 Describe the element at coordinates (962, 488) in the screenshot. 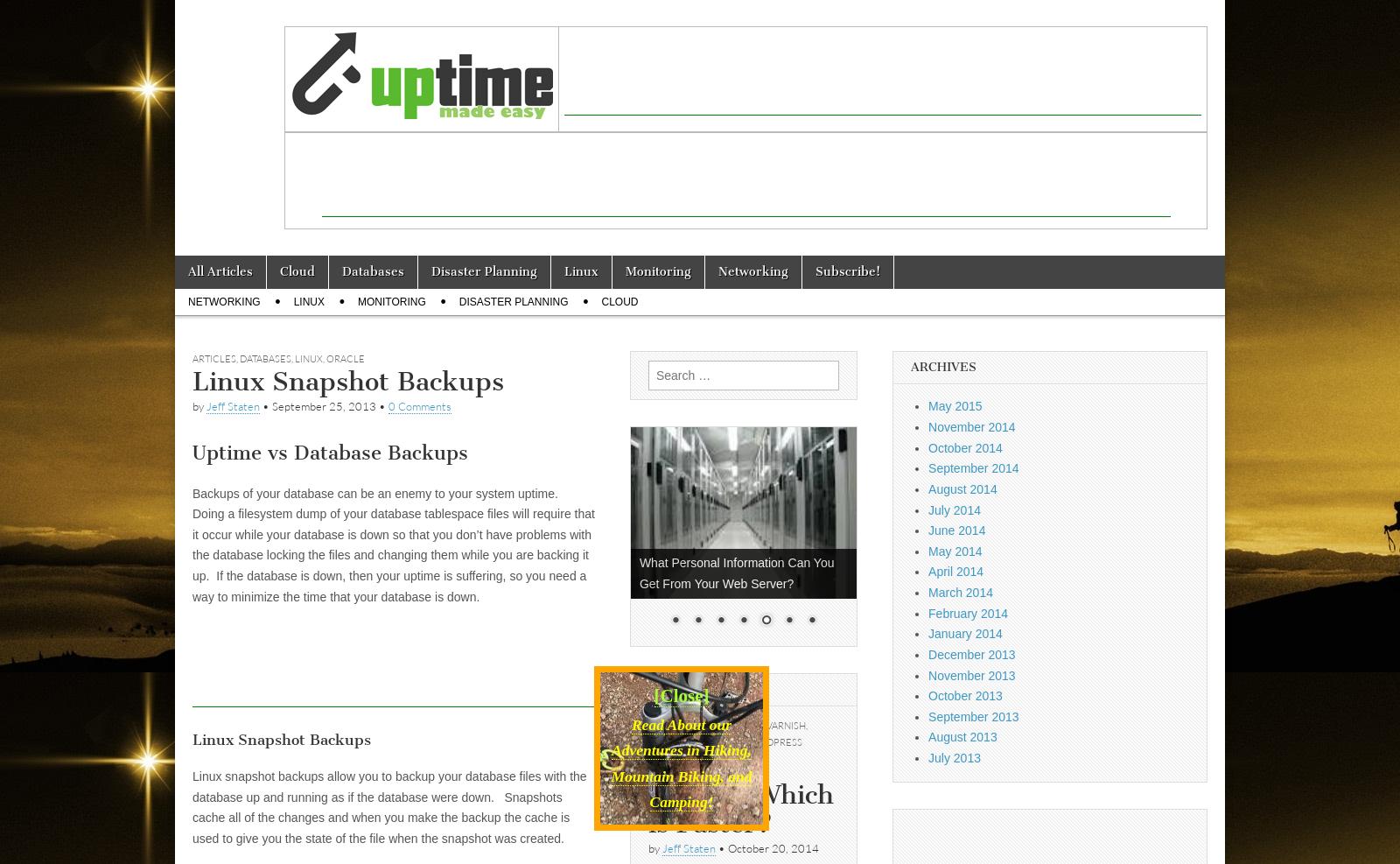

I see `'August 2014'` at that location.